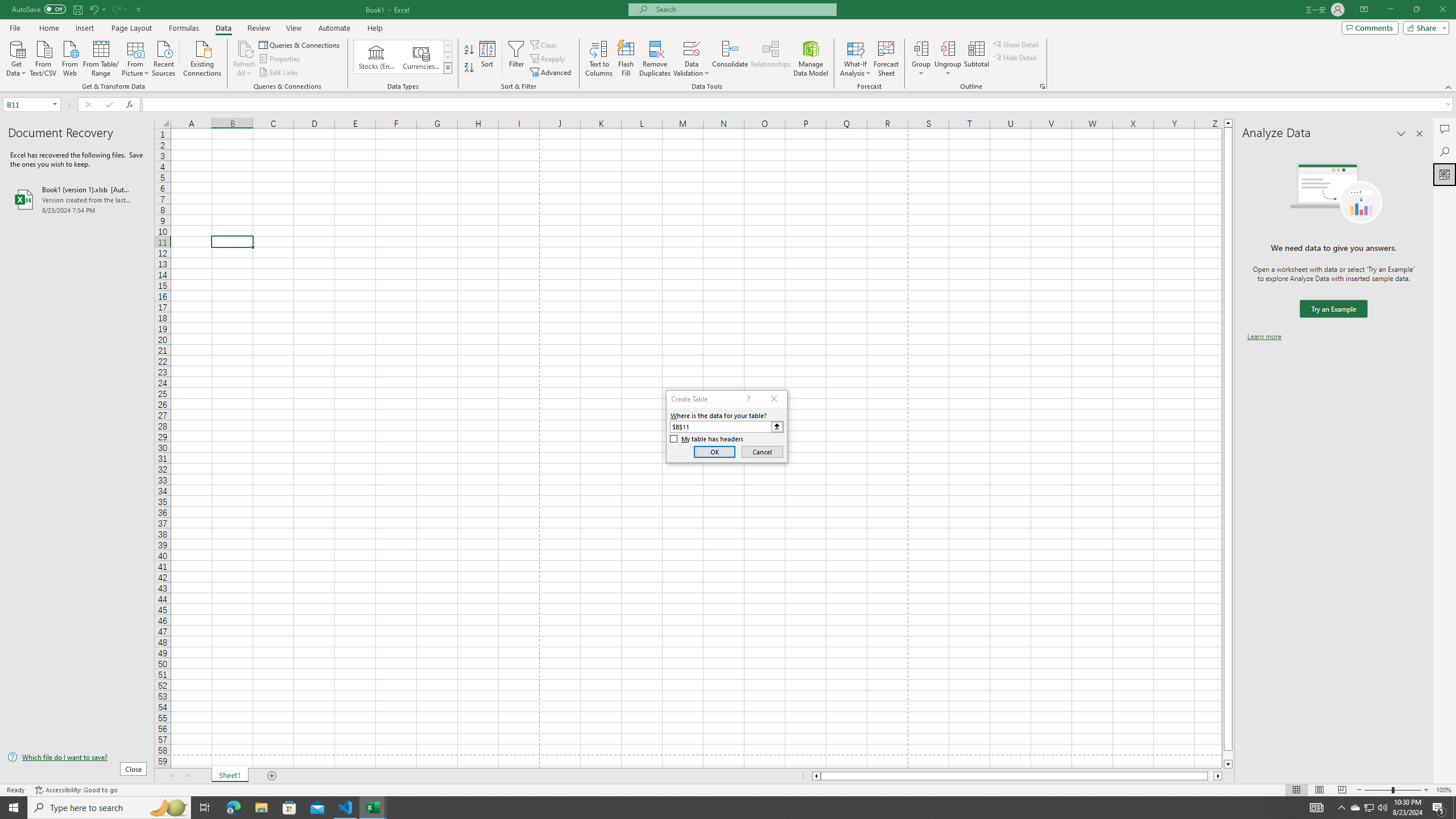 This screenshot has width=1456, height=819. Describe the element at coordinates (448, 56) in the screenshot. I see `'Row Down'` at that location.